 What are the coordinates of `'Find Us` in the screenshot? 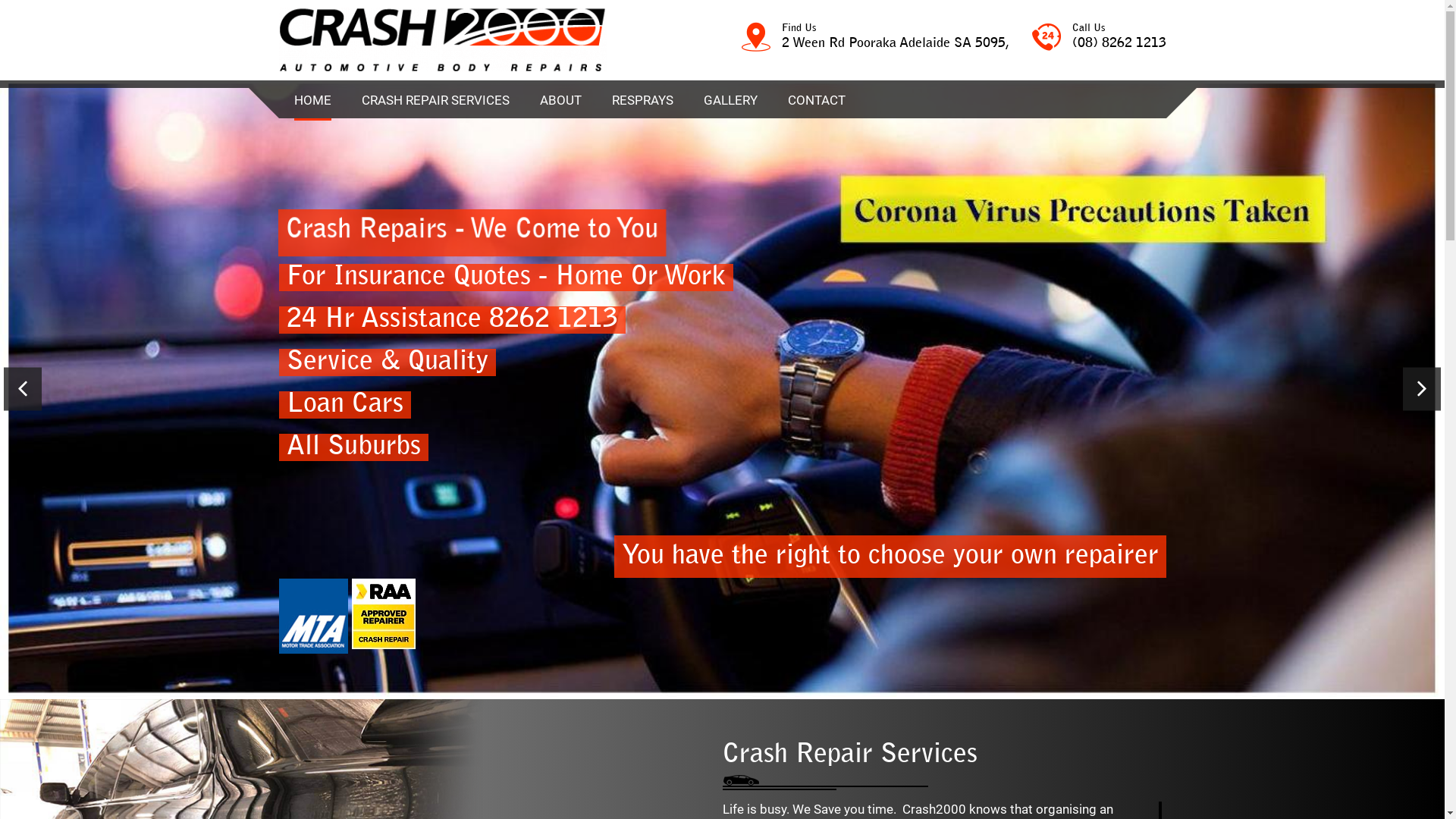 It's located at (875, 37).